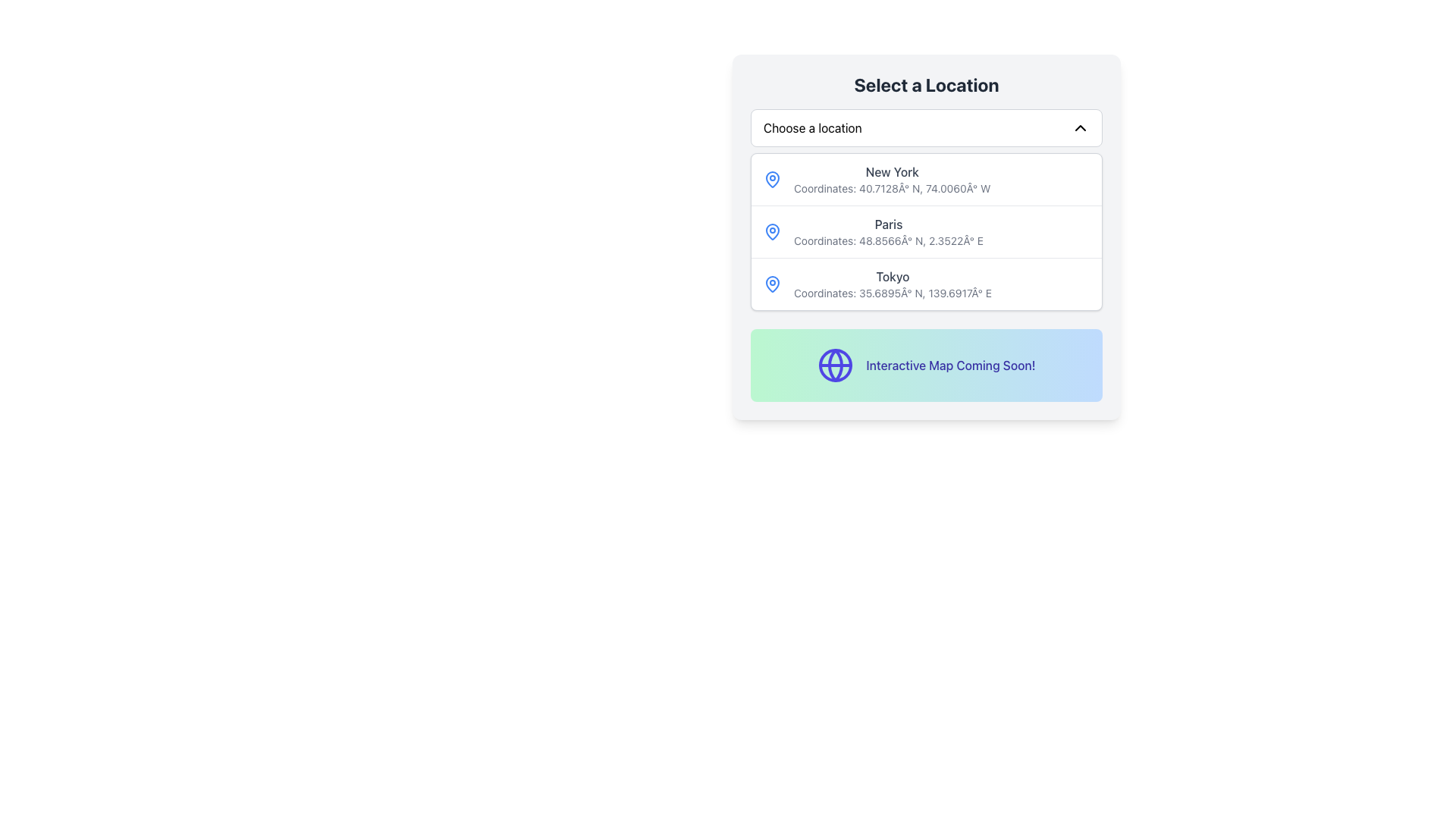  What do you see at coordinates (892, 178) in the screenshot?
I see `the first list item in the 'Select a Location' panel` at bounding box center [892, 178].